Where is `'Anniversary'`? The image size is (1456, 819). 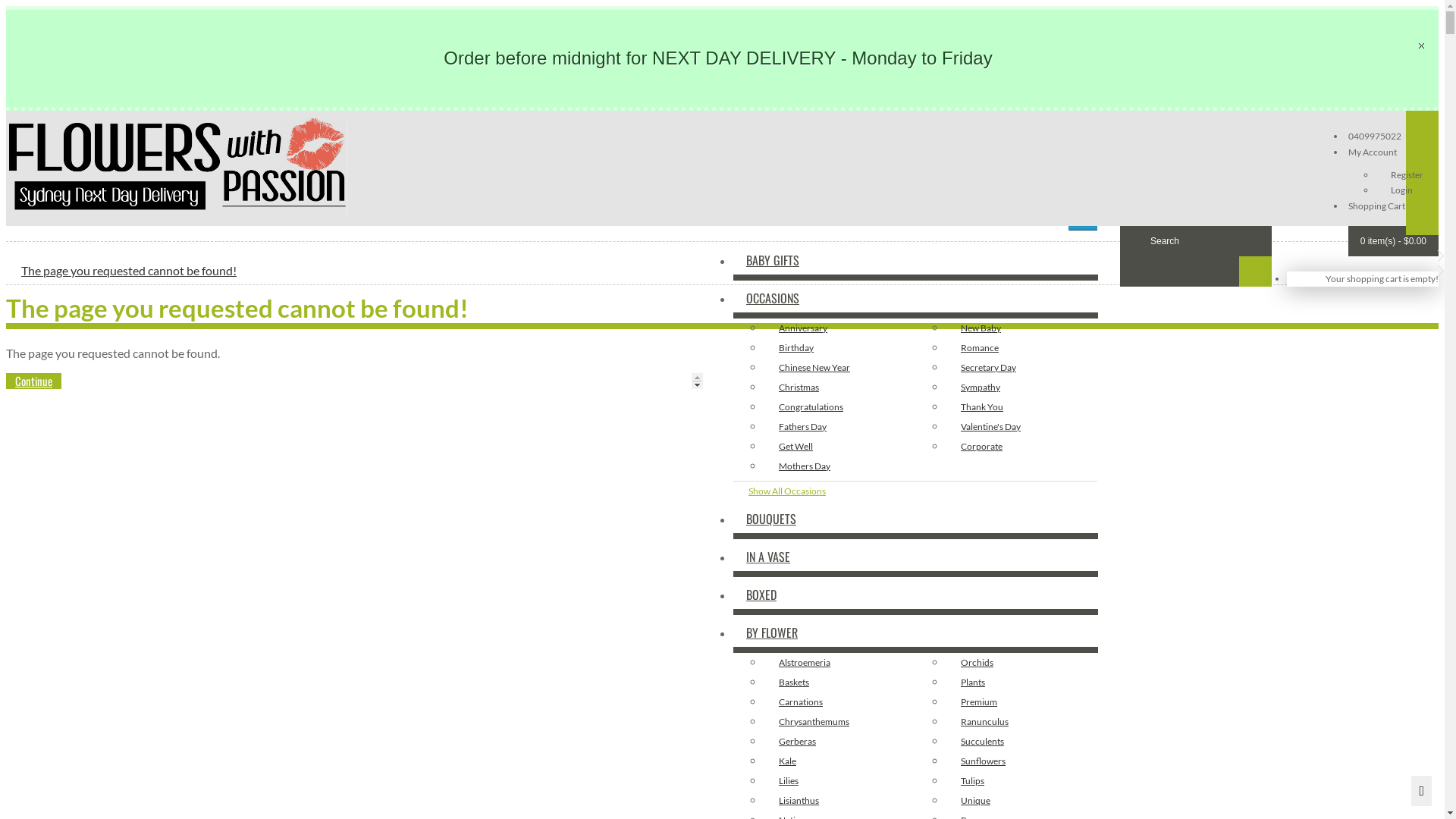
'Anniversary' is located at coordinates (839, 327).